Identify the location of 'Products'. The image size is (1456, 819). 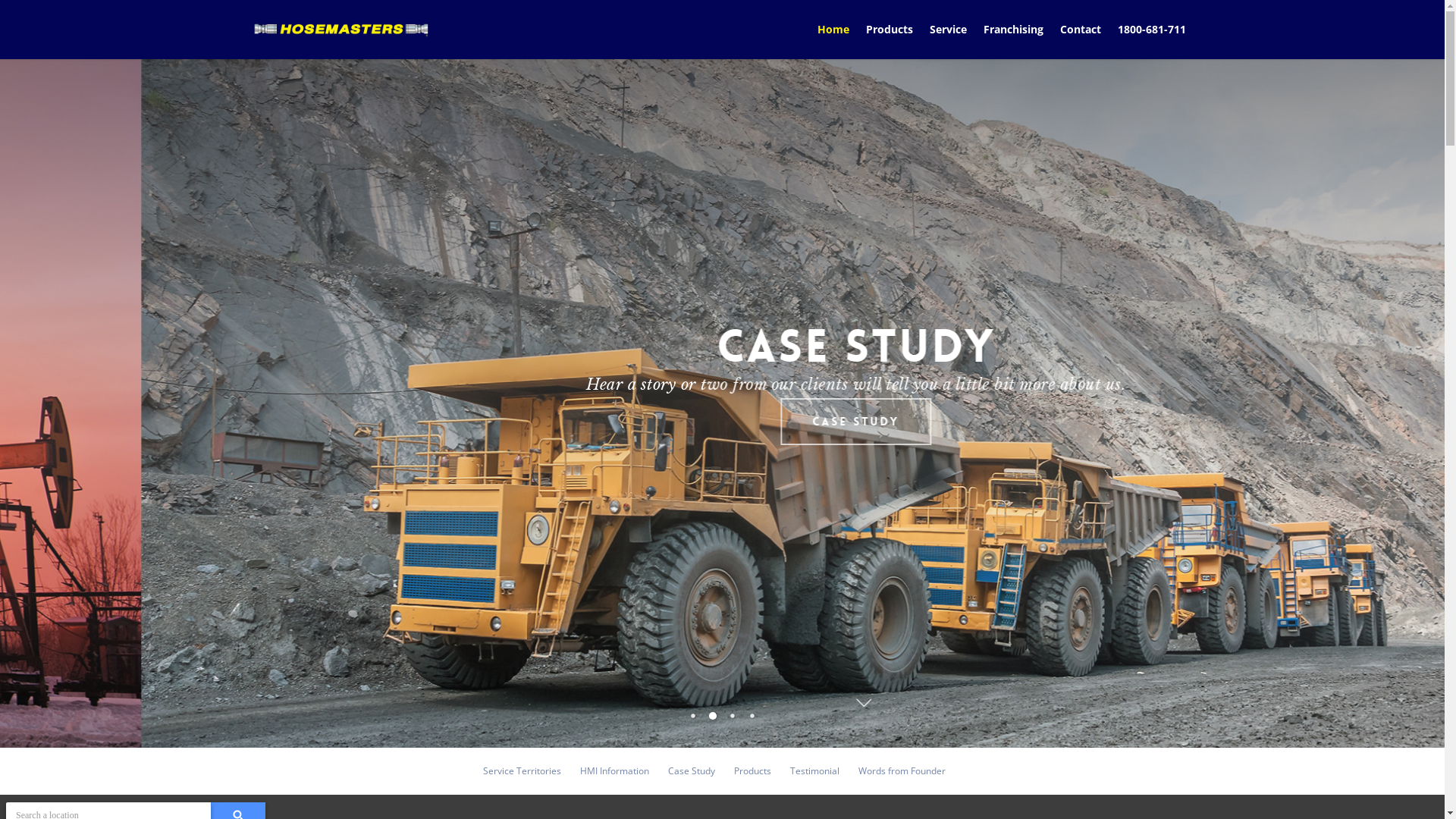
(752, 771).